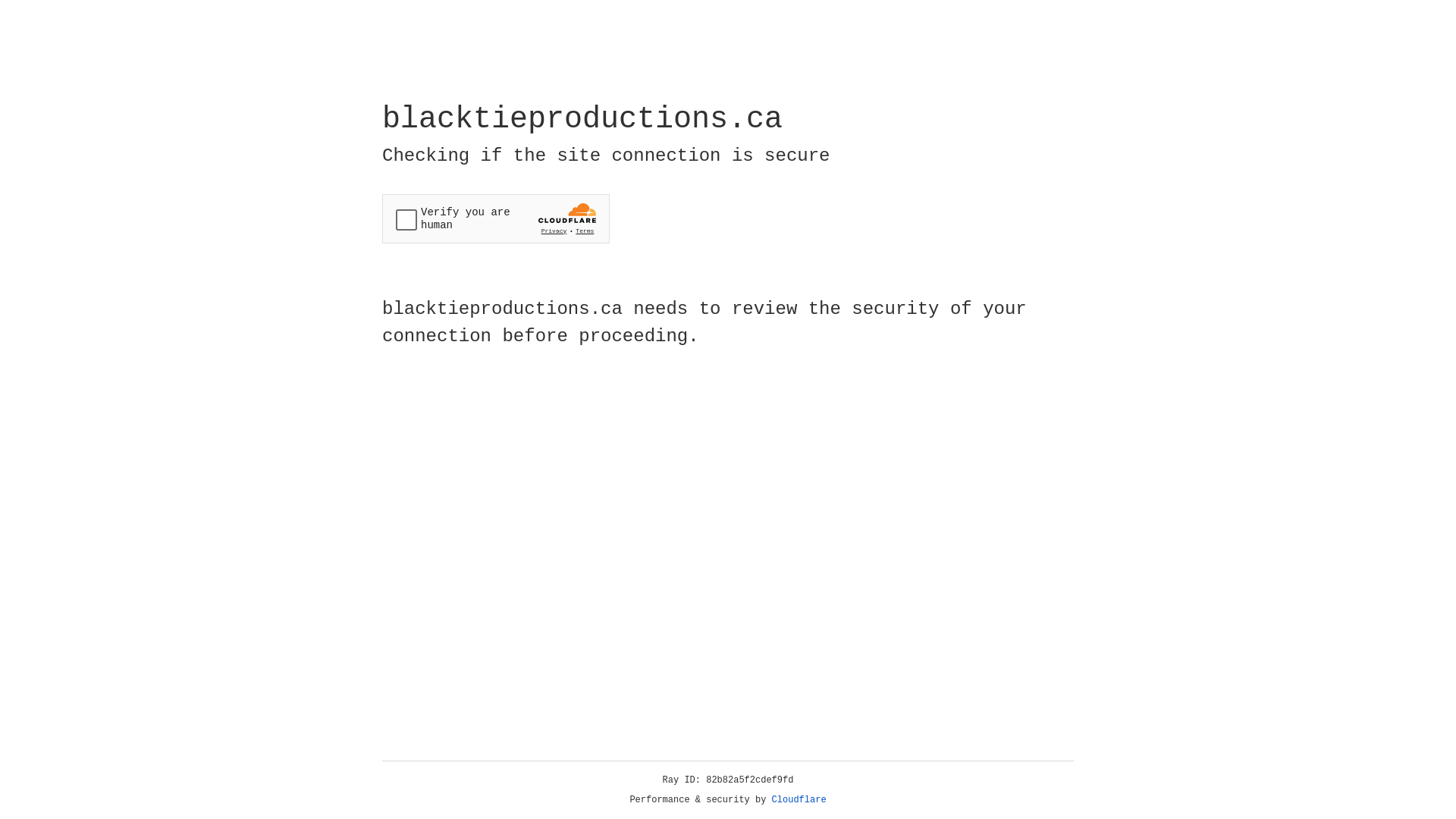  Describe the element at coordinates (799, 799) in the screenshot. I see `'Cloudflare'` at that location.